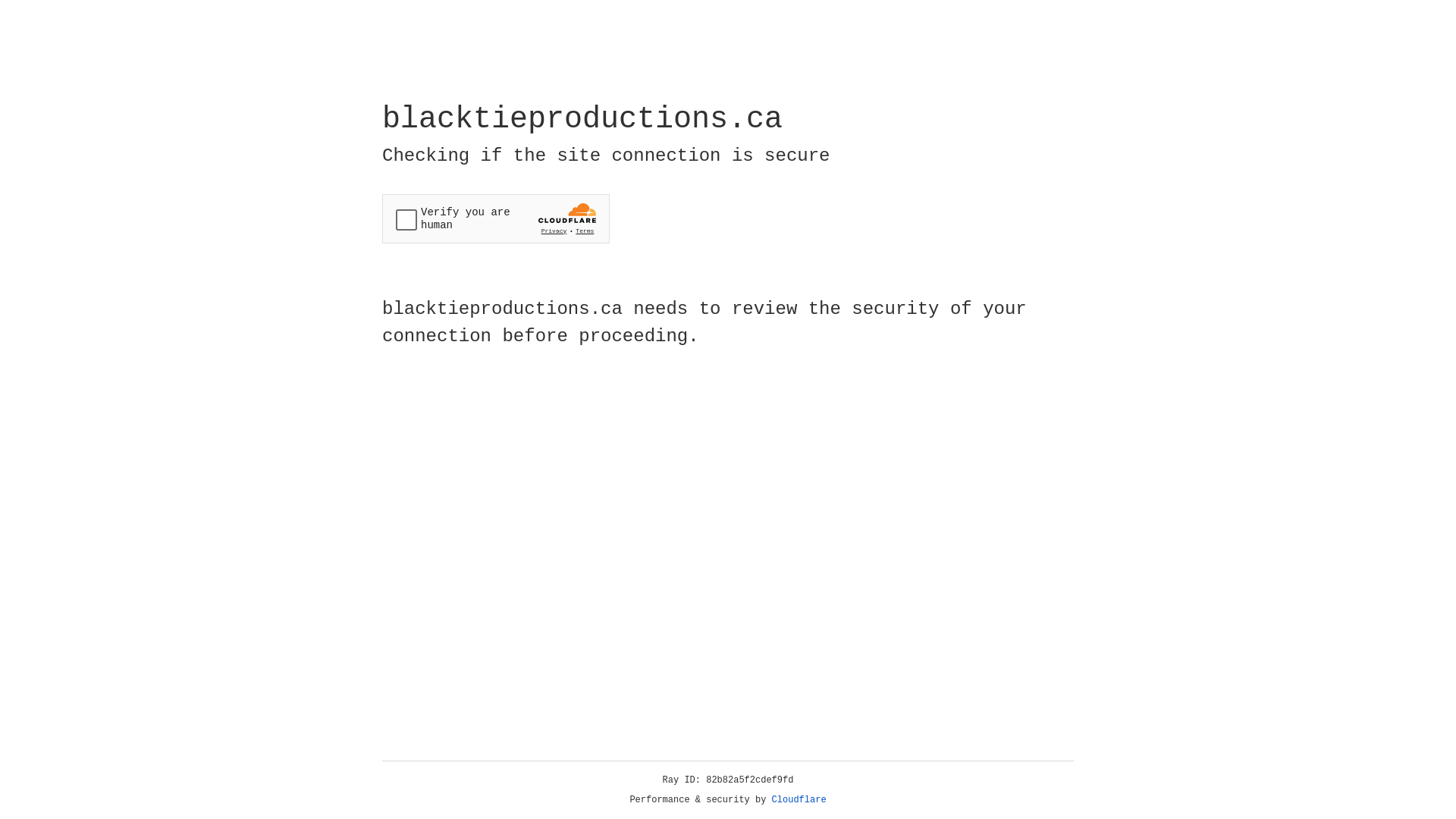  Describe the element at coordinates (799, 799) in the screenshot. I see `'Cloudflare'` at that location.